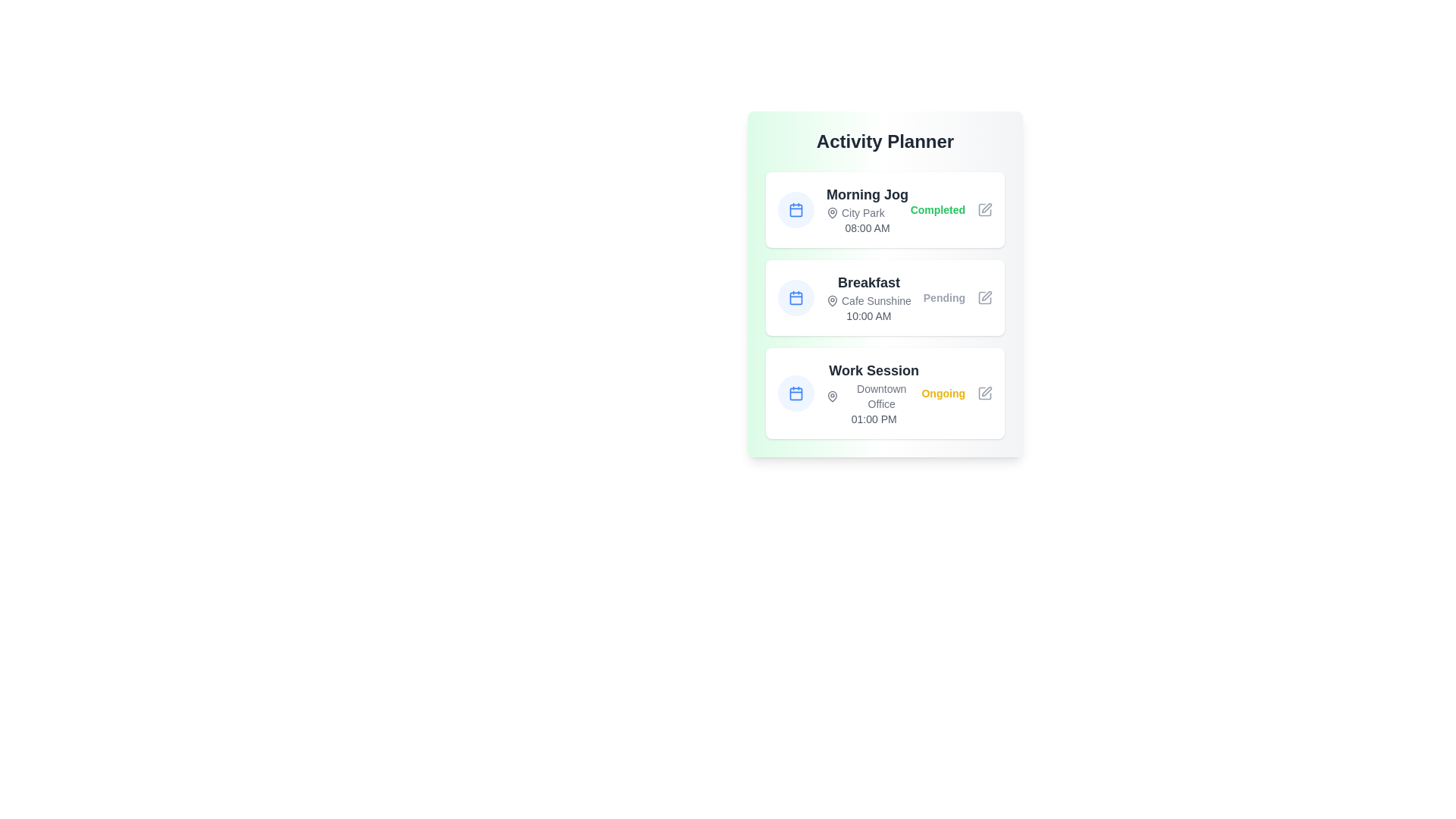  What do you see at coordinates (985, 210) in the screenshot?
I see `the edit button icon for the 'Morning Jog' task, which is located at the rightmost end of the task row in the 'Activity Planner'` at bounding box center [985, 210].